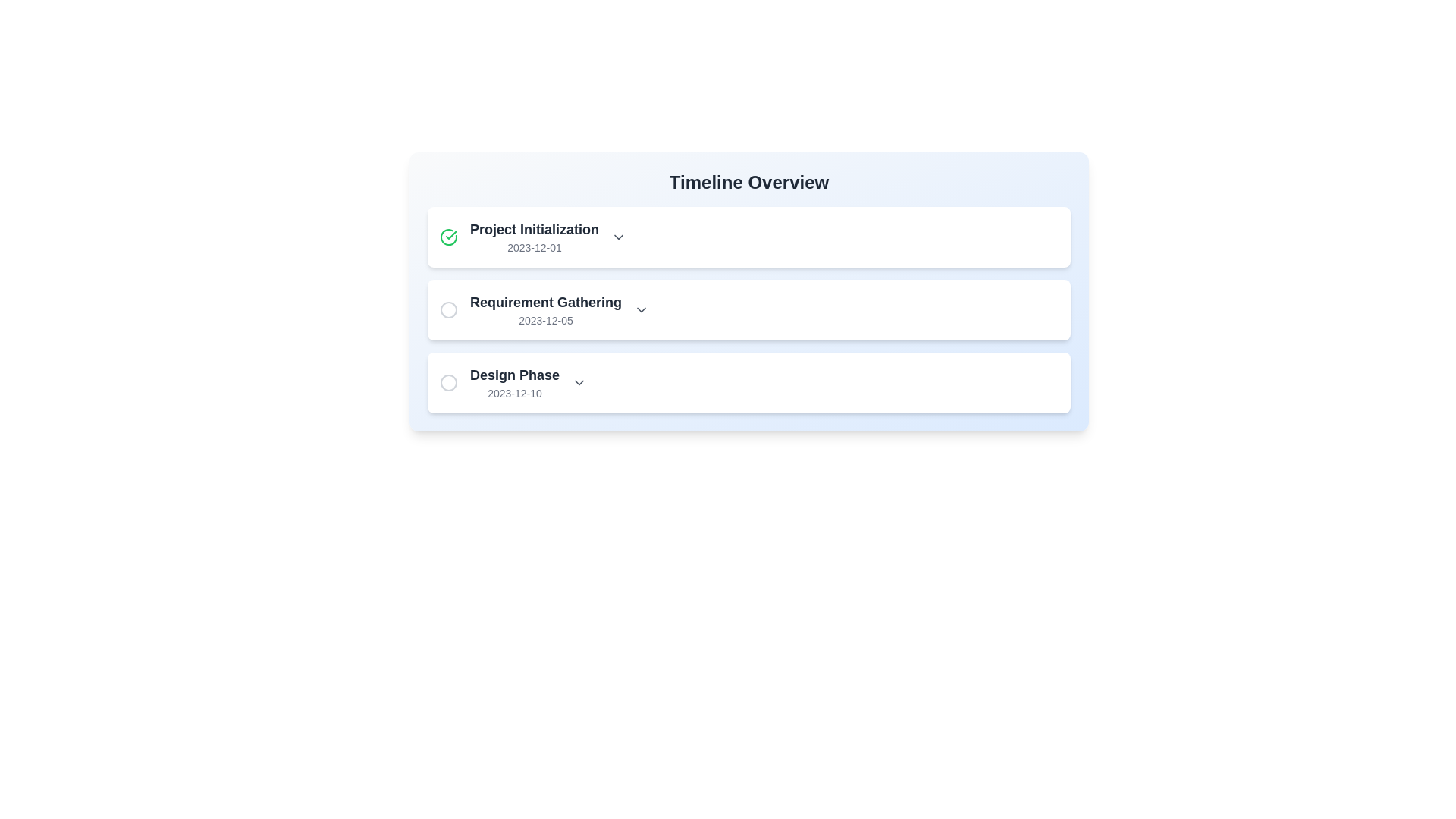  Describe the element at coordinates (535, 230) in the screenshot. I see `text from the label displaying 'Project Initialization', which is styled in a large, bold font and is located at the top-left corner of the list section` at that location.